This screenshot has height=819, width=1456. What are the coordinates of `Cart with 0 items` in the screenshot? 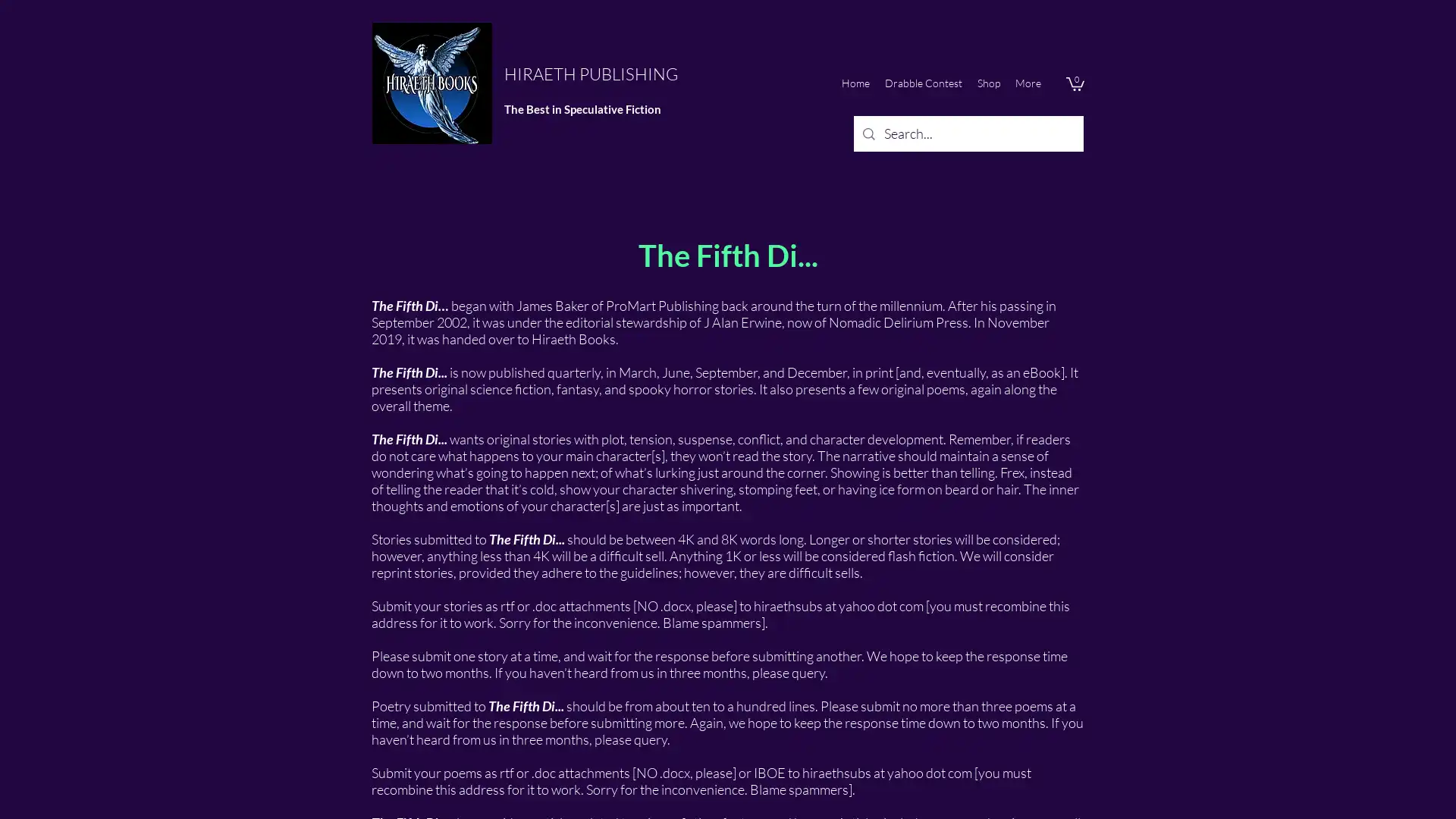 It's located at (1074, 83).